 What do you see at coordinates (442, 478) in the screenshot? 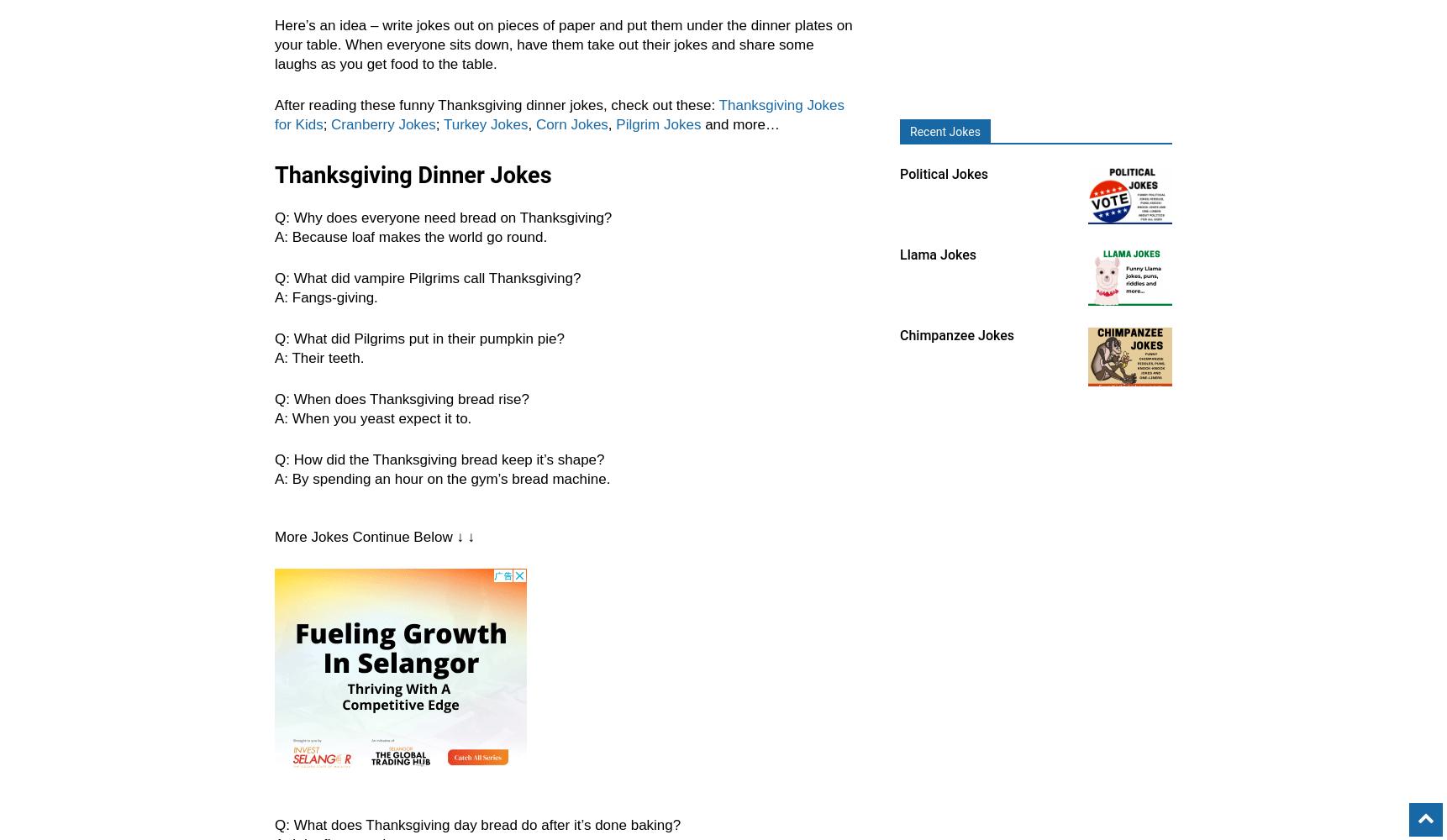
I see `'A: By spending an hour on the gym’s bread machine.'` at bounding box center [442, 478].